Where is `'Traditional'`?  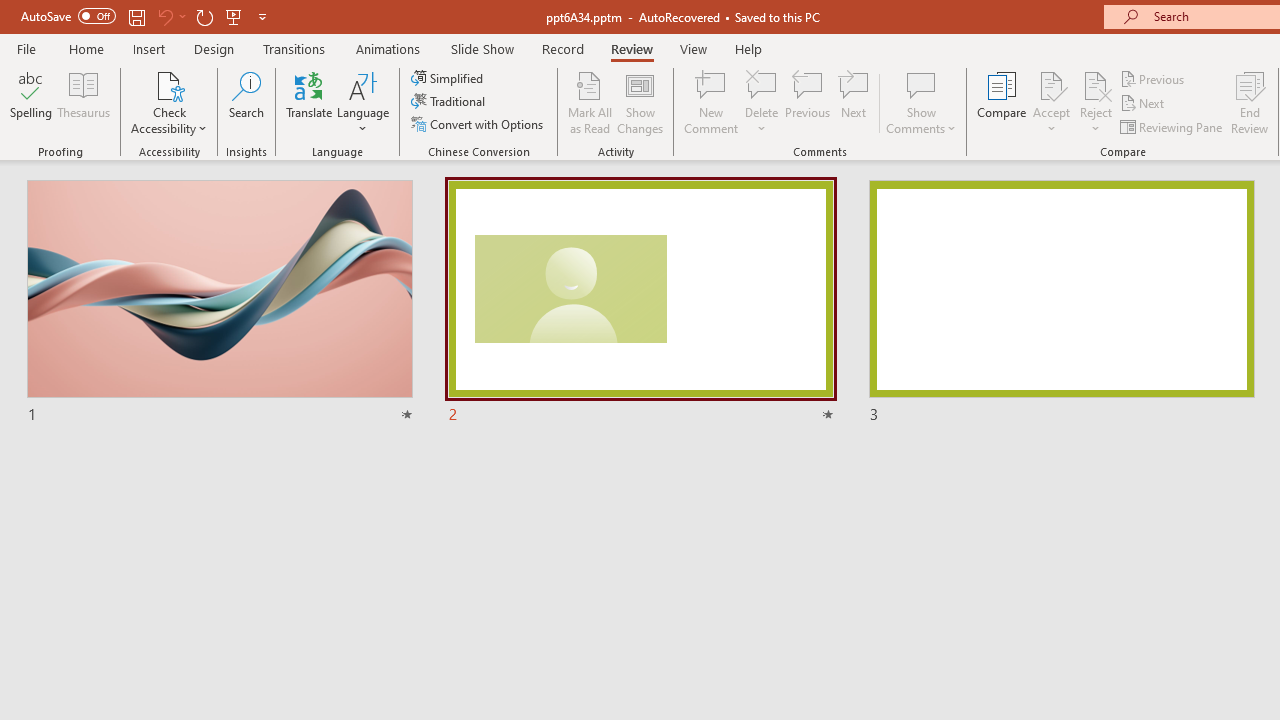
'Traditional' is located at coordinates (448, 101).